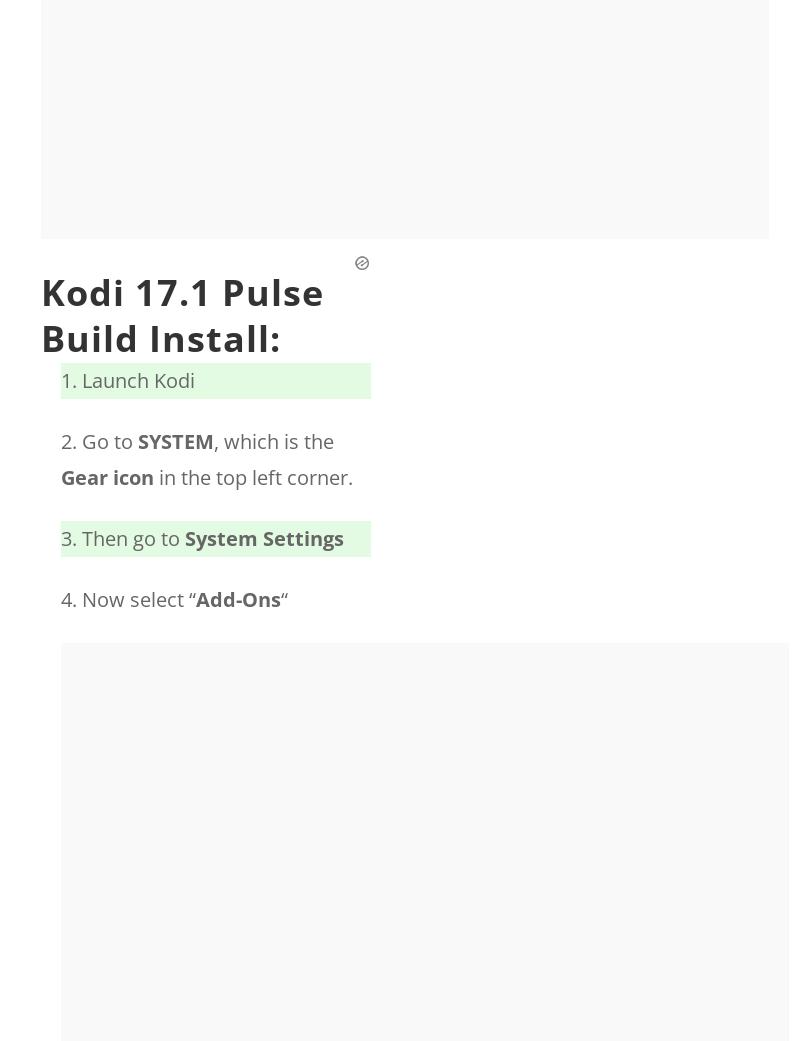 Image resolution: width=809 pixels, height=1041 pixels. I want to click on ', which is the', so click(274, 440).